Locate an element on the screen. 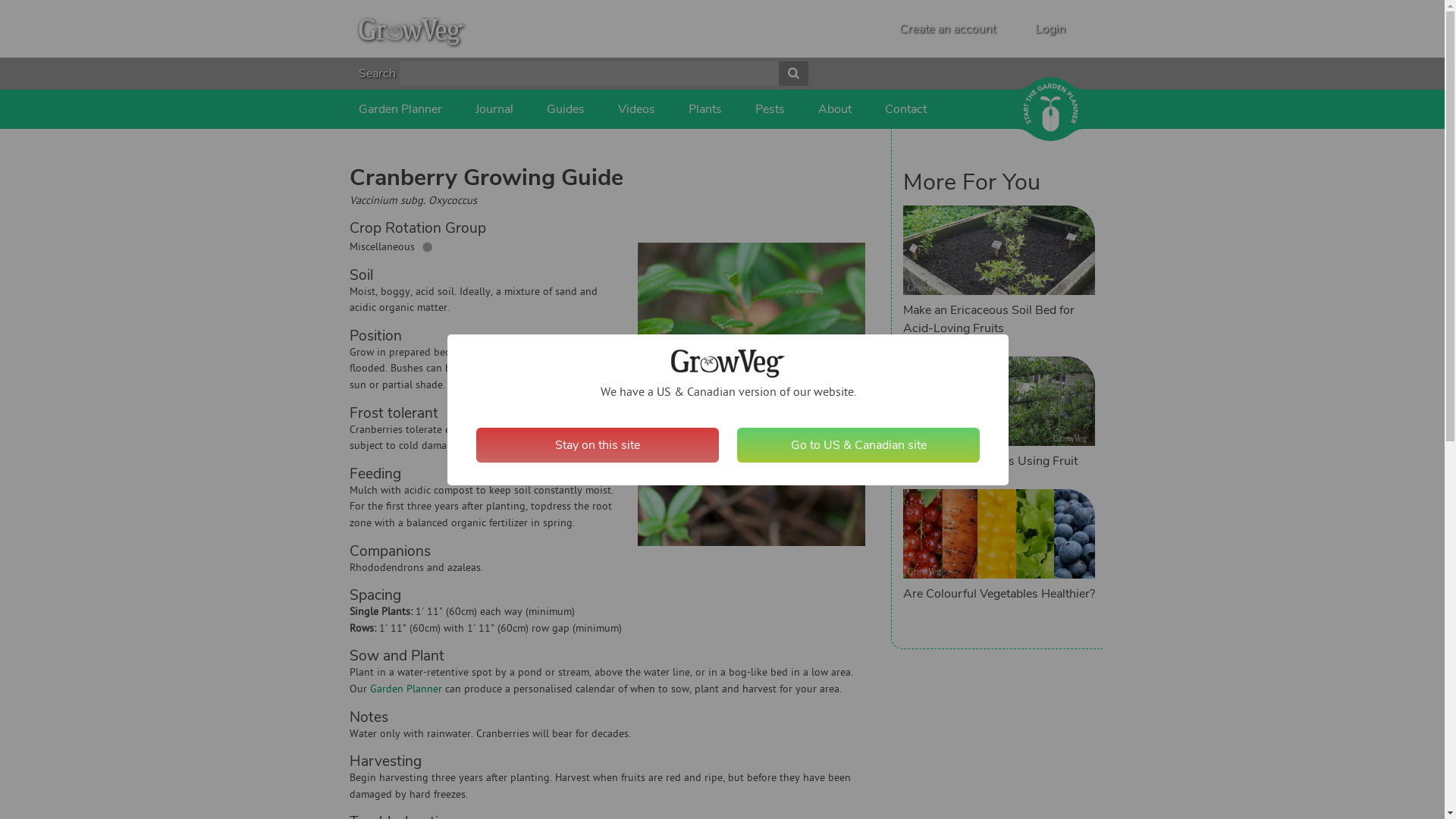 The height and width of the screenshot is (819, 1456). 'Videos' is located at coordinates (635, 108).